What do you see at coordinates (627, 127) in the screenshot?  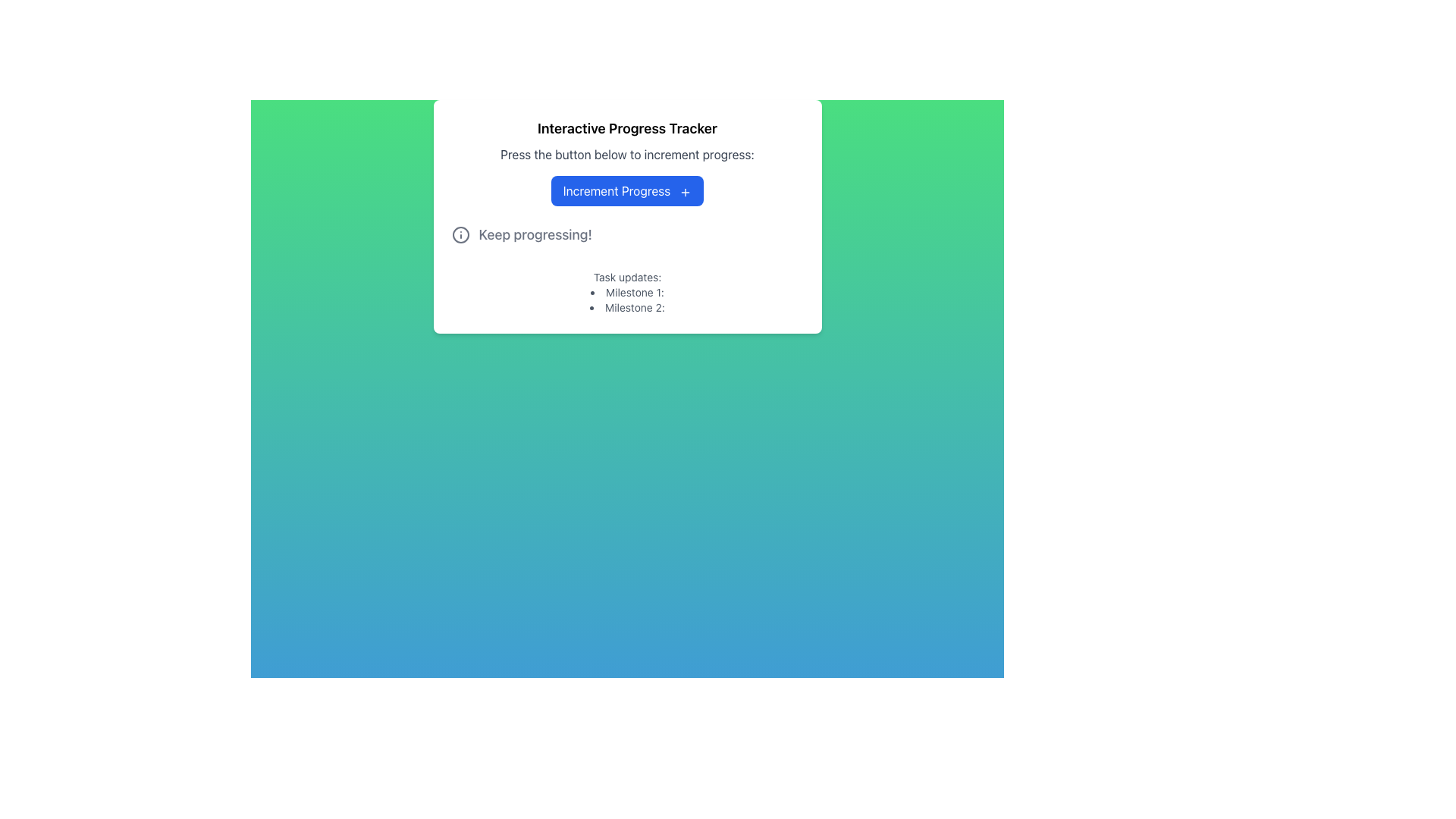 I see `the bold heading 'Interactive Progress Tracker' which is prominently displayed at the top of a rounded card` at bounding box center [627, 127].